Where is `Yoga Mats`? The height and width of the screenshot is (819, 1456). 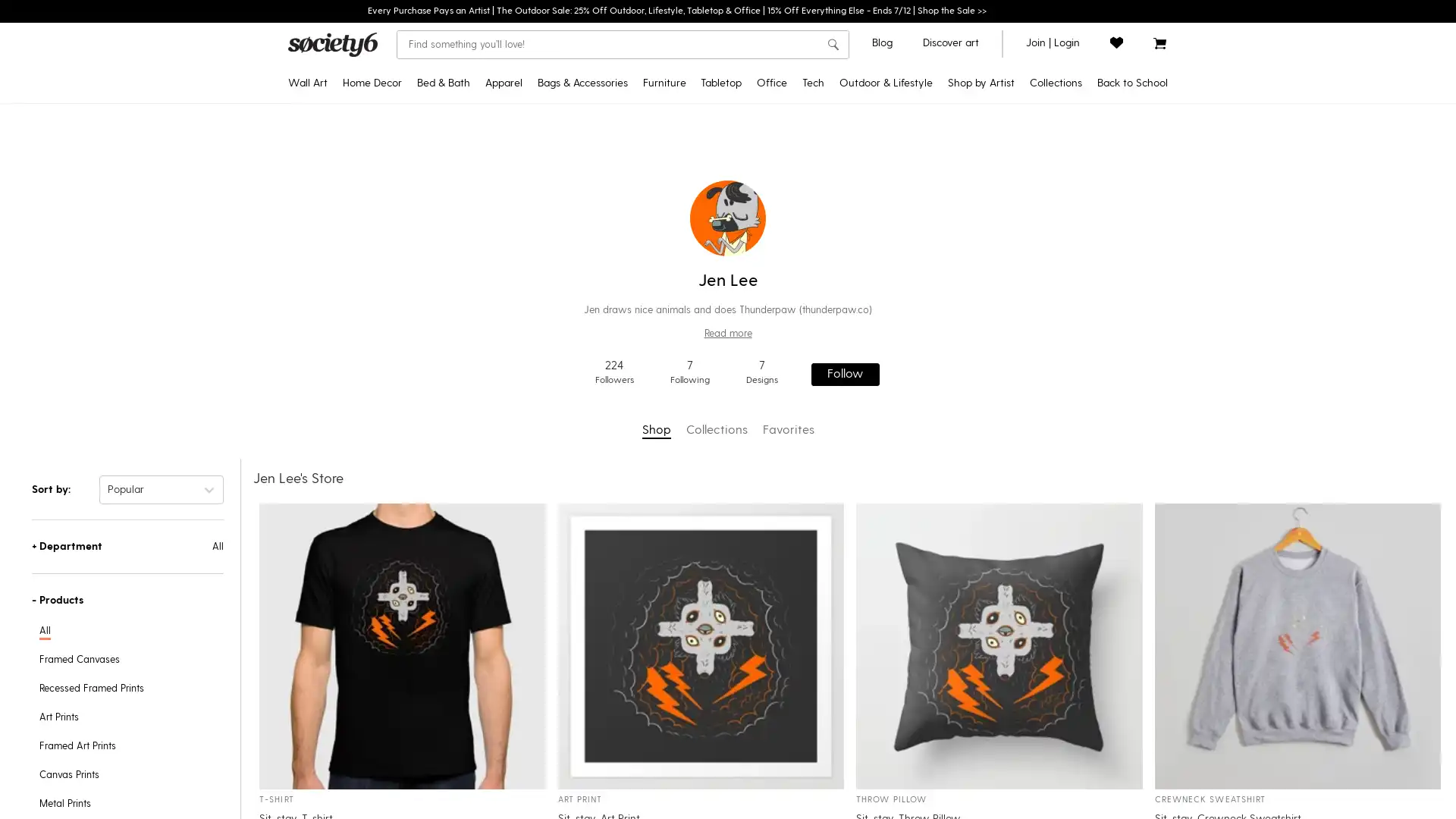
Yoga Mats is located at coordinates (907, 146).